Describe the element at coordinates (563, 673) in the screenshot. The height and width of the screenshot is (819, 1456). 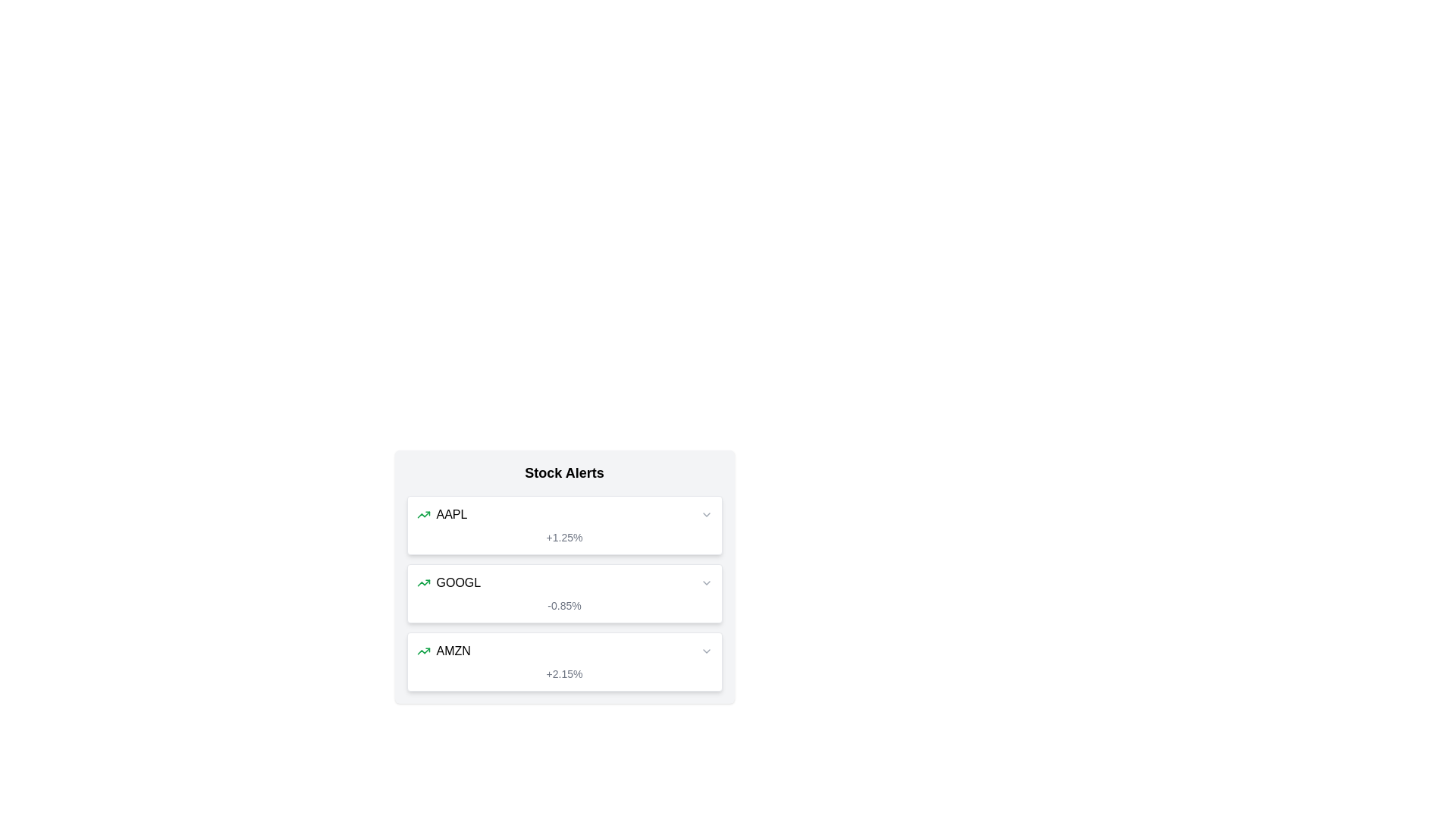
I see `the text label indicating a positive percentage change for the stock symbol 'AMZN' located at the bottom of the 'Stock Alerts' card` at that location.